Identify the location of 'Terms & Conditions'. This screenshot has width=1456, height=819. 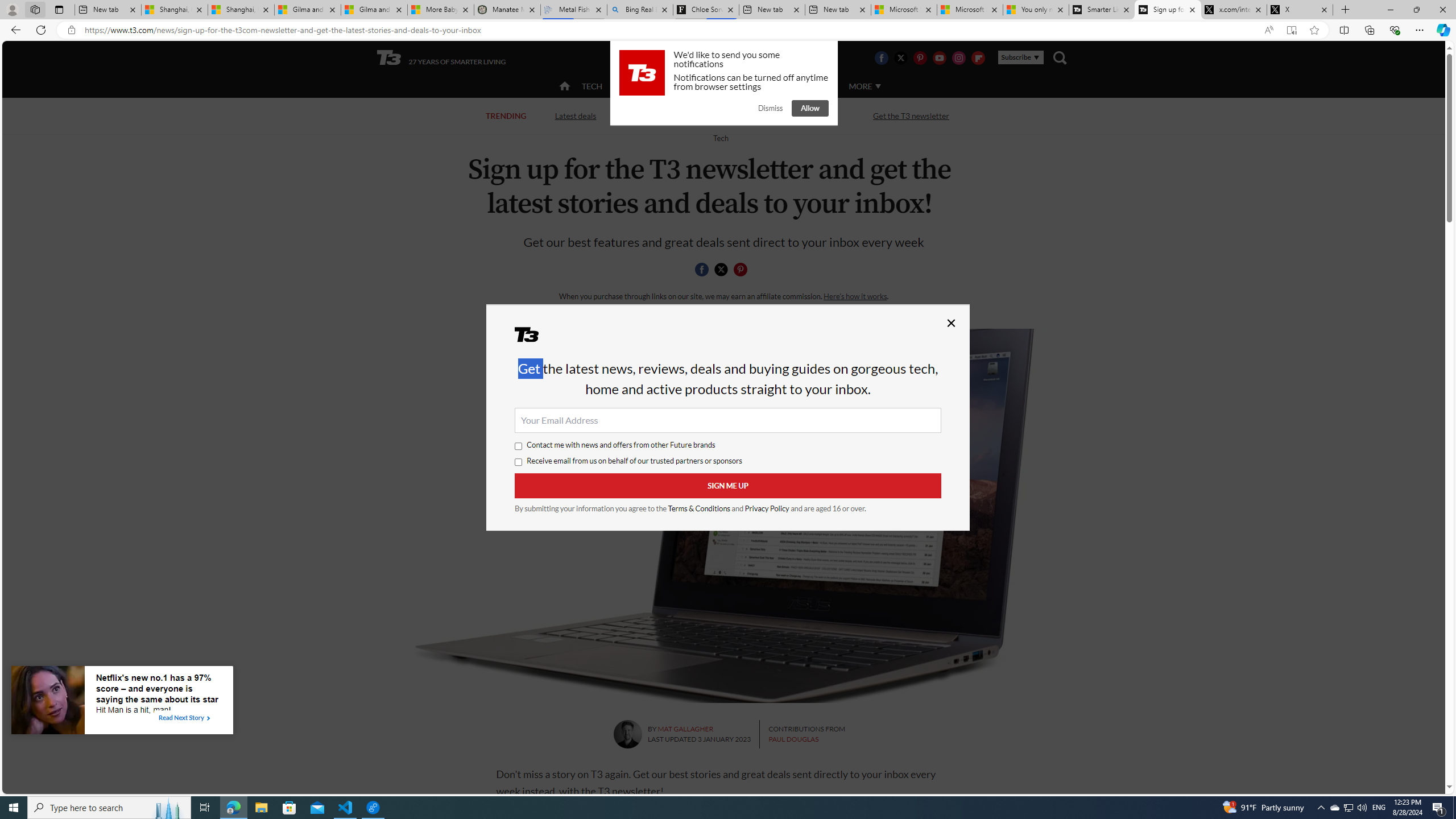
(700, 508).